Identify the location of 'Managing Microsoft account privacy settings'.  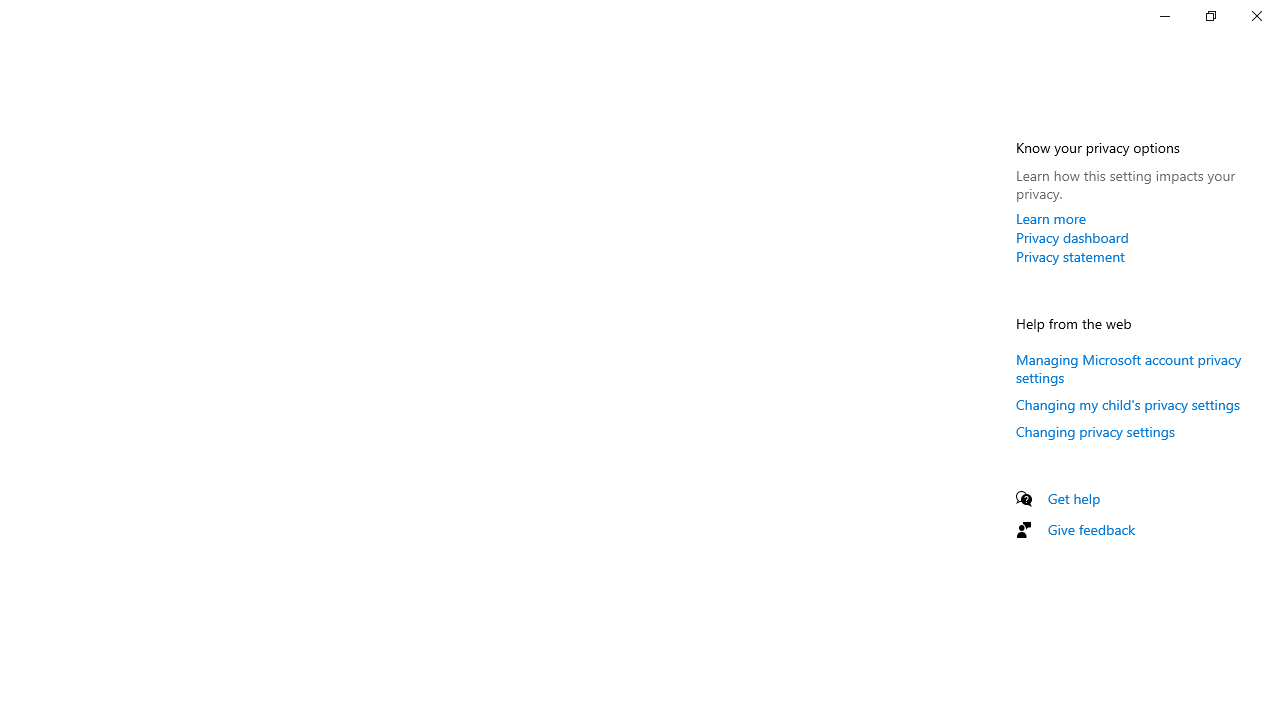
(1128, 368).